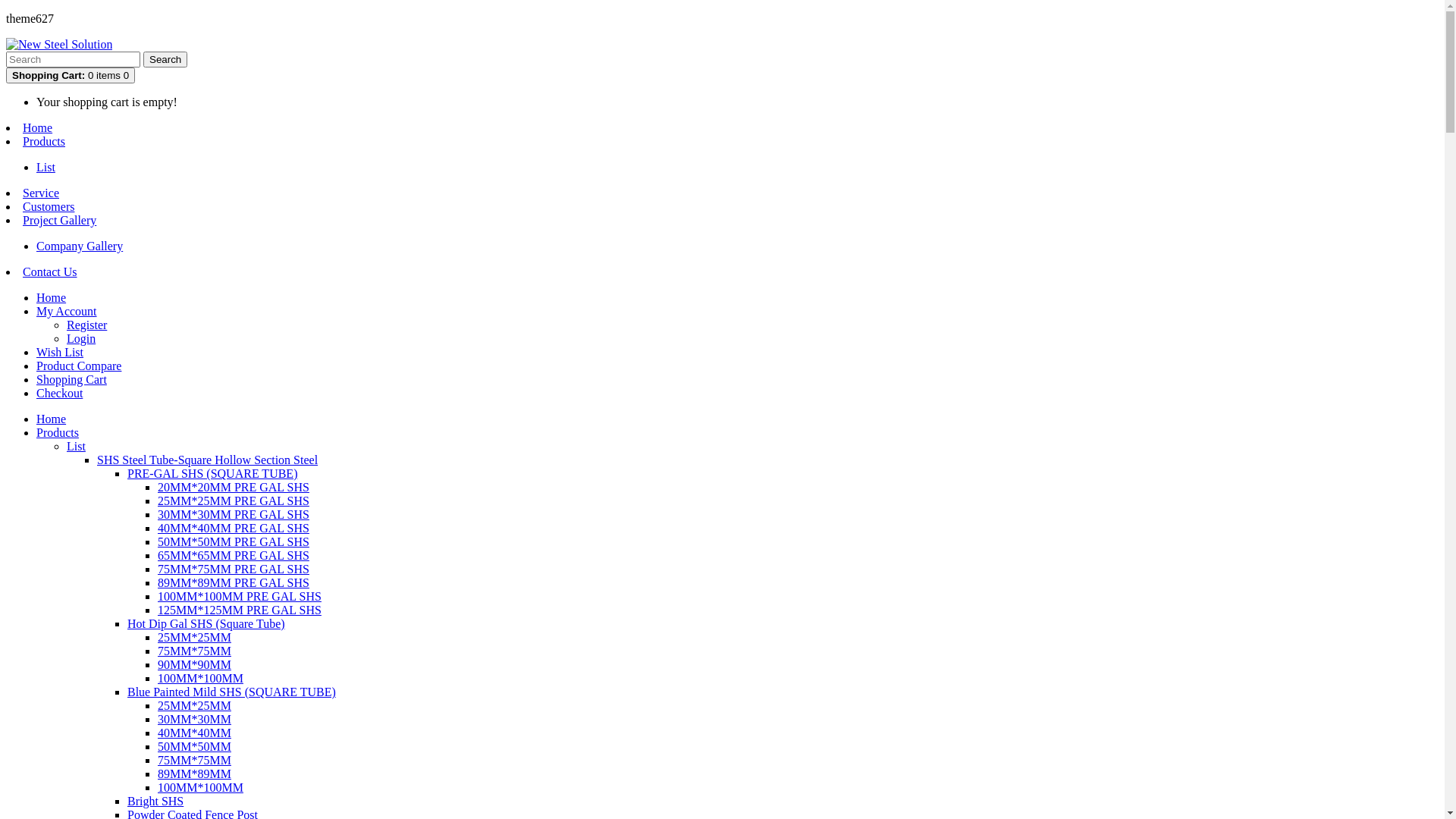 Image resolution: width=1456 pixels, height=819 pixels. I want to click on 'Products', so click(43, 141).